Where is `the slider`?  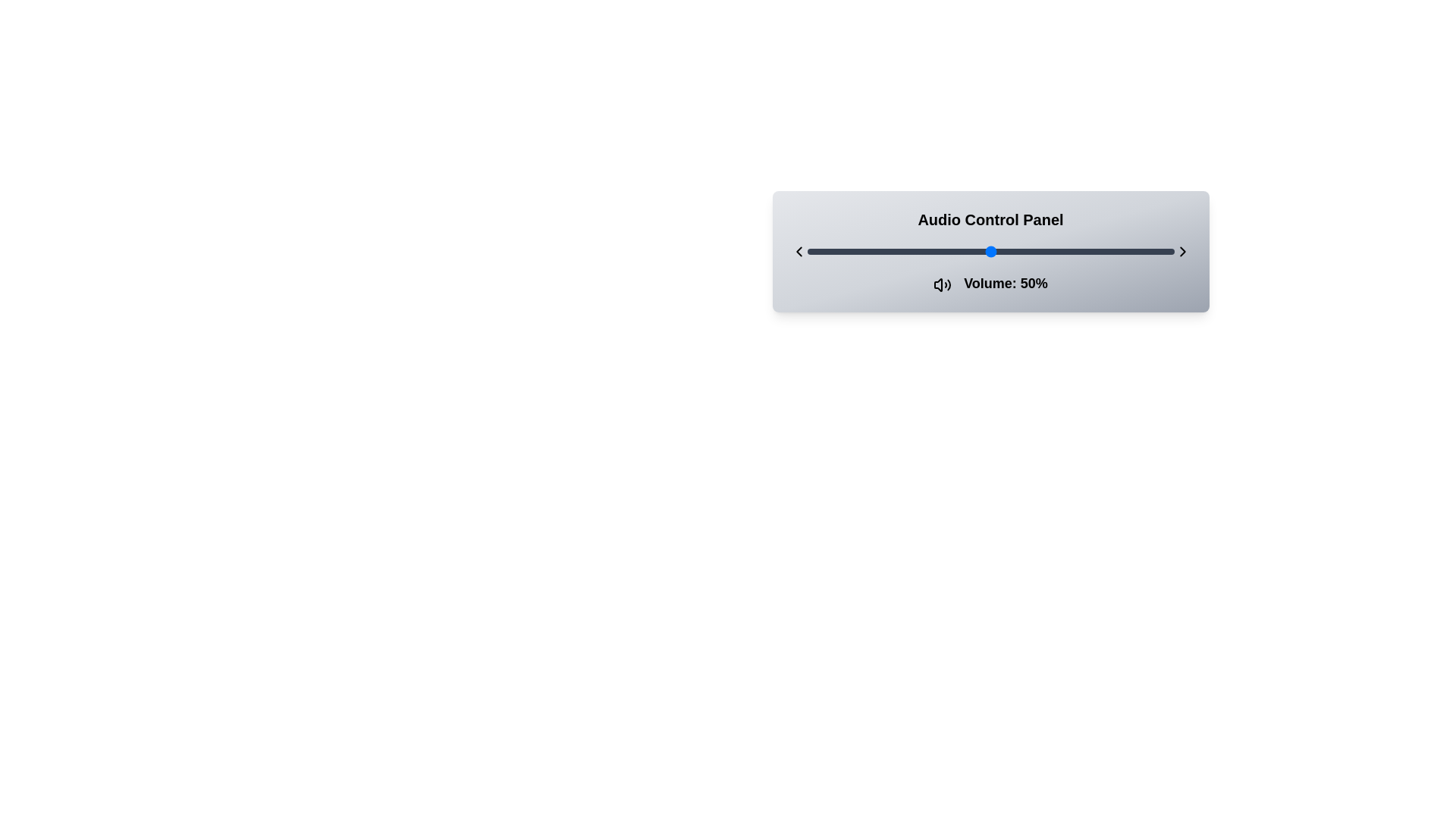 the slider is located at coordinates (1134, 250).